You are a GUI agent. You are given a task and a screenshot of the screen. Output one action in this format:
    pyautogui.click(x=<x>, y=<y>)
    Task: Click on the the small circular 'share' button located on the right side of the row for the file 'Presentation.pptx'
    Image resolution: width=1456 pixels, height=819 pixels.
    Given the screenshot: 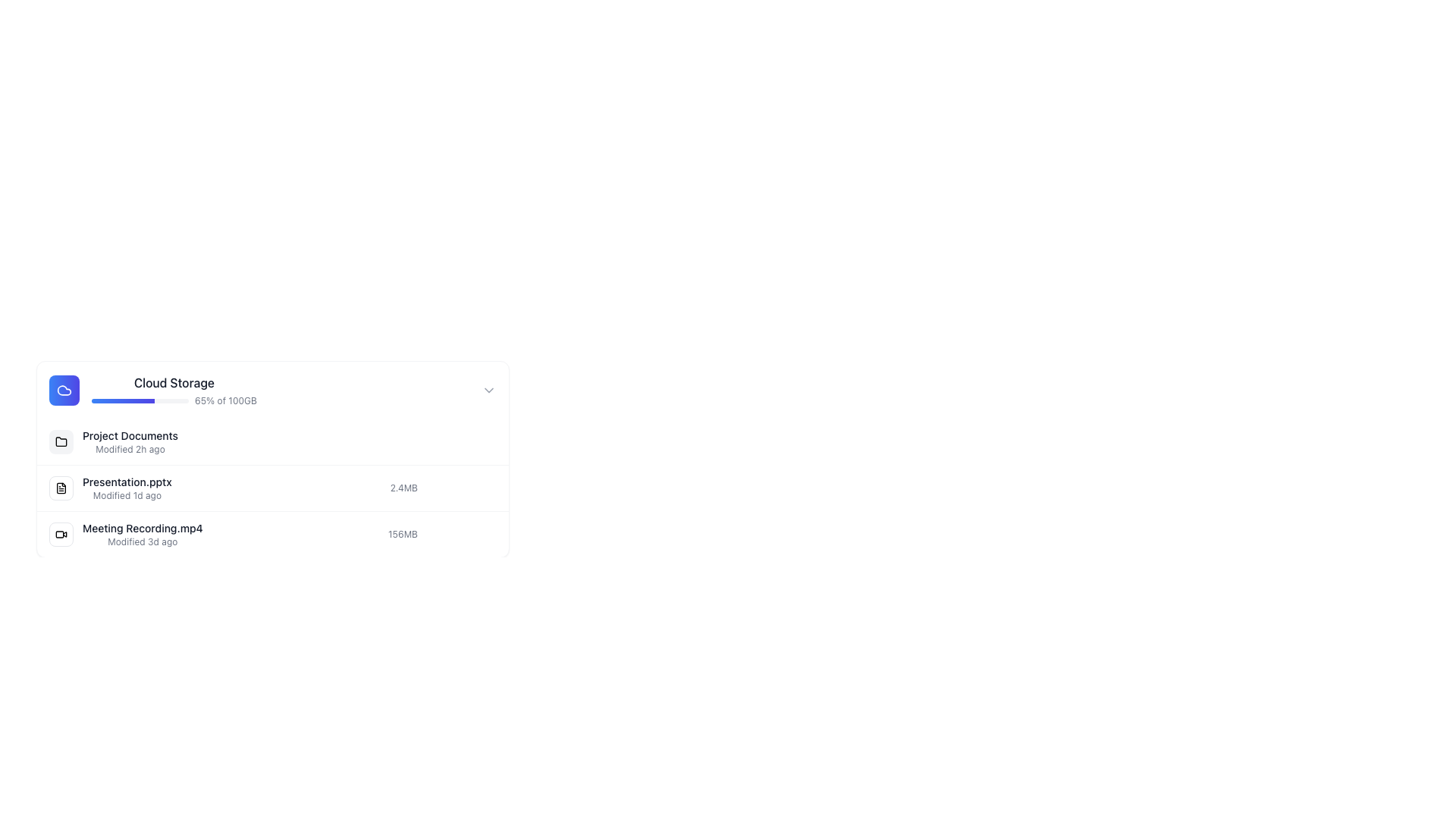 What is the action you would take?
    pyautogui.click(x=462, y=488)
    